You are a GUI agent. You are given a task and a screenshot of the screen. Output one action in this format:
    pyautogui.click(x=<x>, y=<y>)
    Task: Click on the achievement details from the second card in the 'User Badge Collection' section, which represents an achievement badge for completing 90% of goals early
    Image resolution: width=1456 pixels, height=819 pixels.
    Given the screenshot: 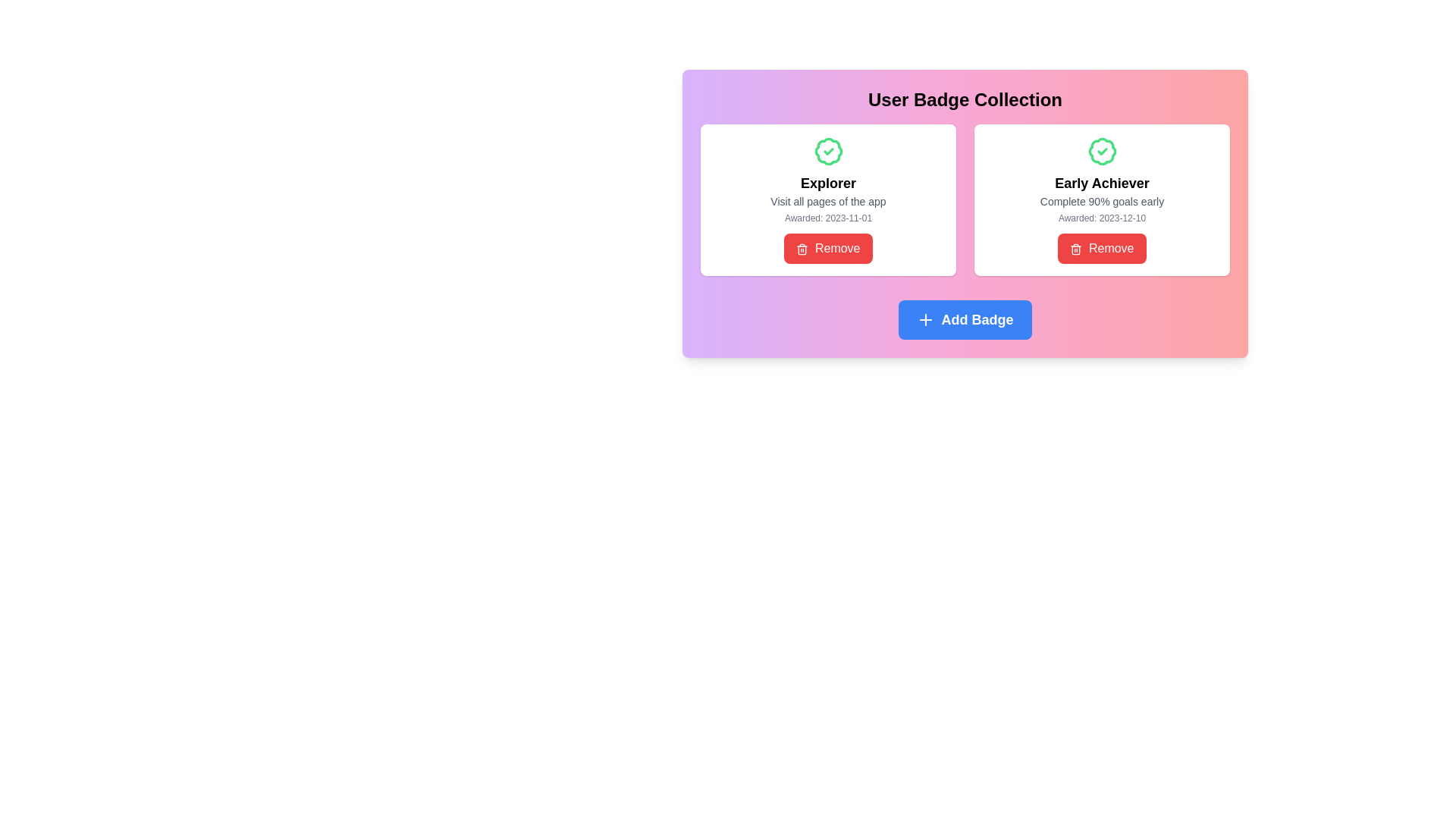 What is the action you would take?
    pyautogui.click(x=1102, y=199)
    